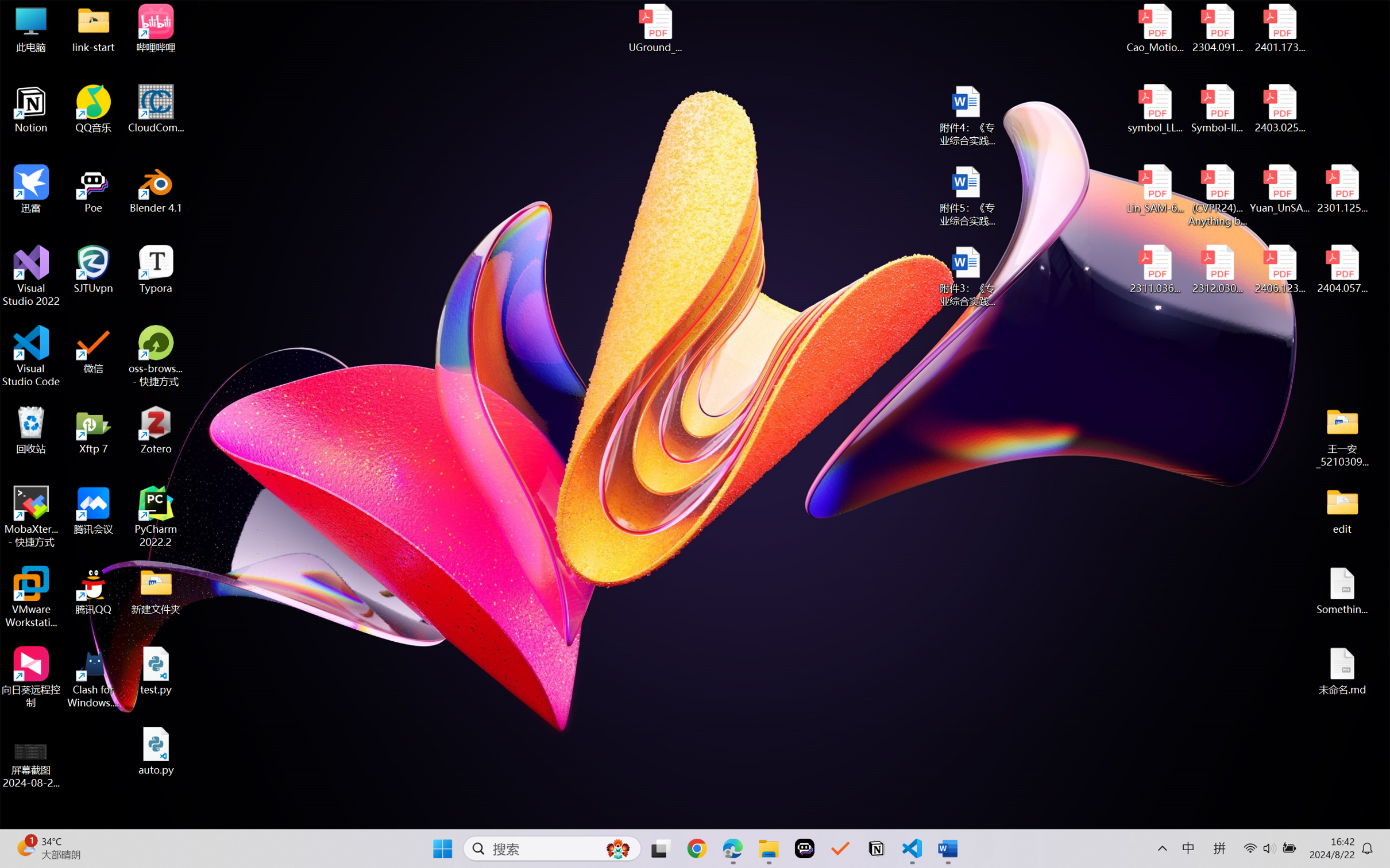 Image resolution: width=1390 pixels, height=868 pixels. Describe the element at coordinates (156, 188) in the screenshot. I see `'Blender 4.1'` at that location.